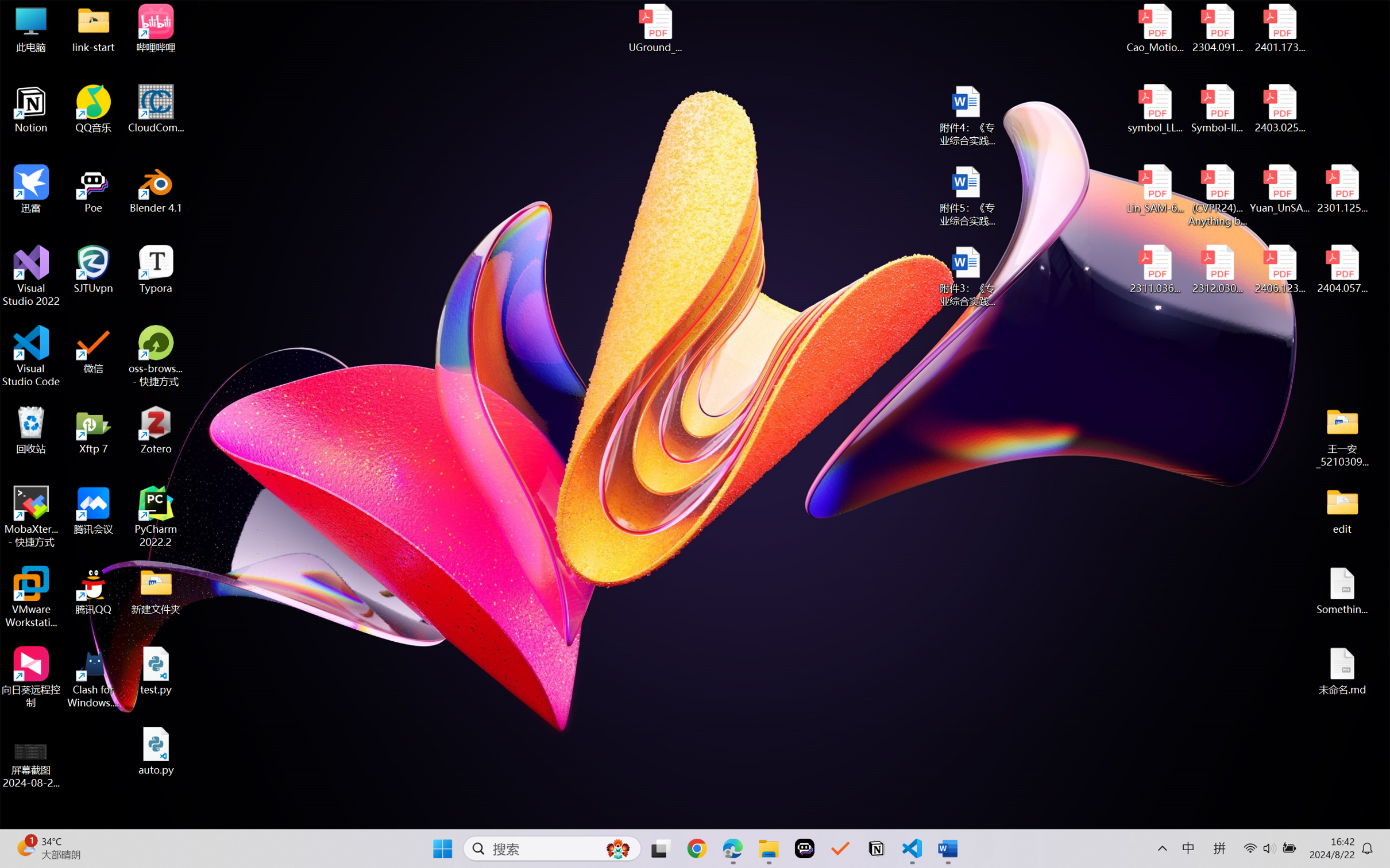 Image resolution: width=1390 pixels, height=868 pixels. Describe the element at coordinates (156, 188) in the screenshot. I see `'Blender 4.1'` at that location.